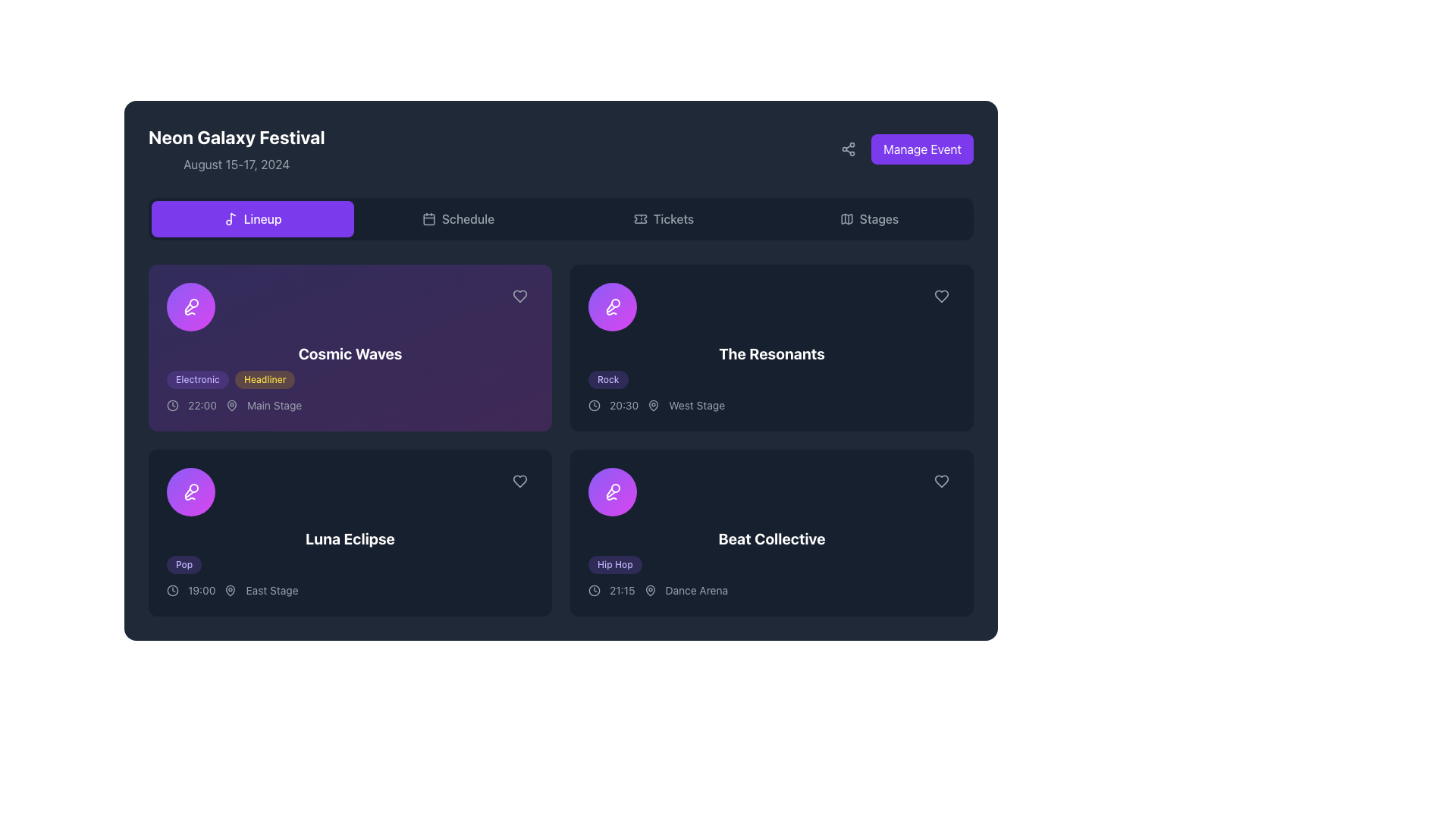  Describe the element at coordinates (846, 219) in the screenshot. I see `the 'Stages' icon located in the rightmost position of the menu tab row that includes 'Lineup', 'Schedule', and 'Tickets' to interact with the 'Stages' section` at that location.